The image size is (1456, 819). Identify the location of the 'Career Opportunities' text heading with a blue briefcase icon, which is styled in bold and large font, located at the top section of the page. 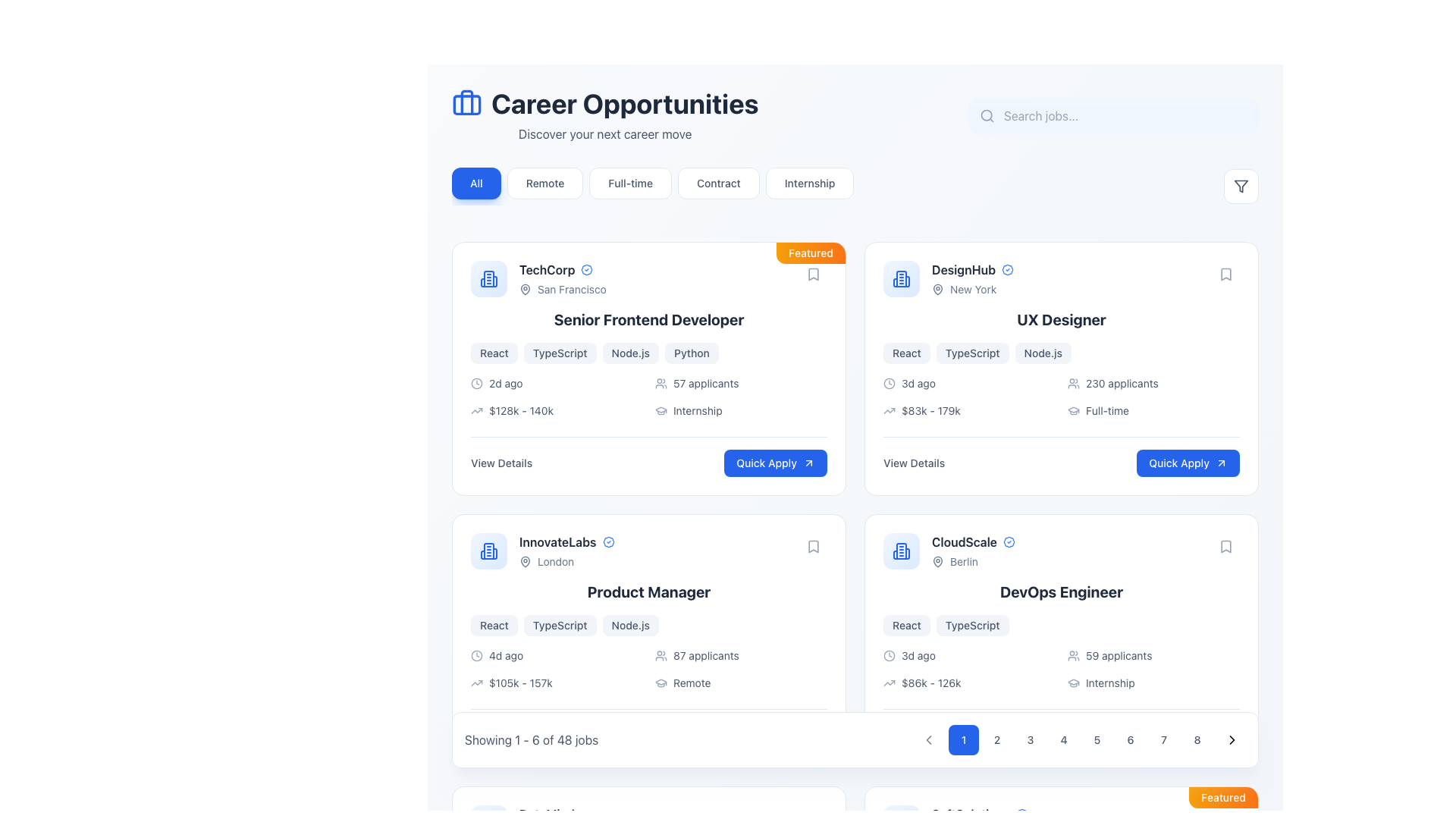
(604, 103).